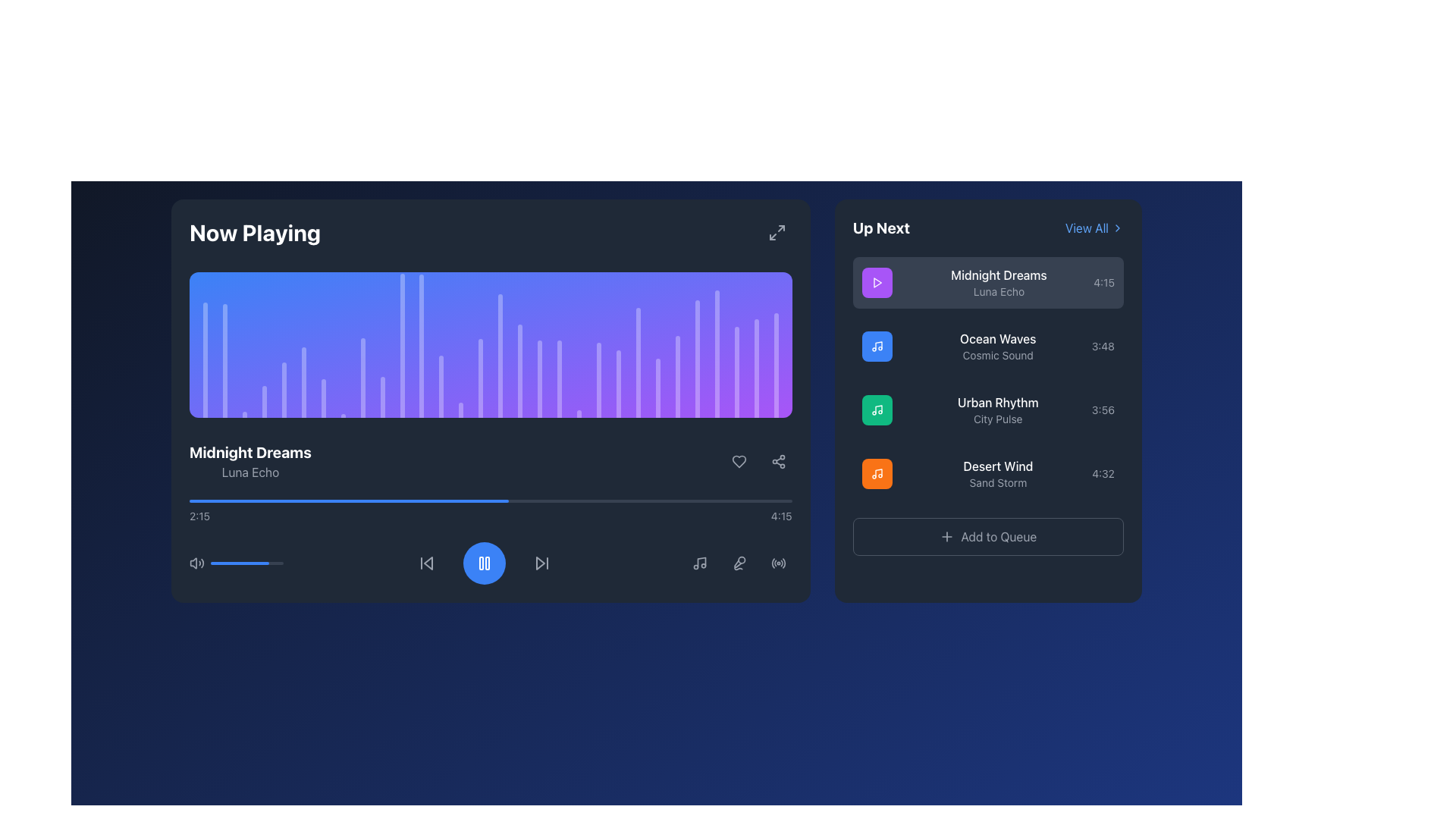 This screenshot has width=1456, height=819. Describe the element at coordinates (224, 360) in the screenshot. I see `the dynamic behavior of the second vertical bar in the 'Now Playing' section, which represents the amplitude of a specific audio frequency` at that location.